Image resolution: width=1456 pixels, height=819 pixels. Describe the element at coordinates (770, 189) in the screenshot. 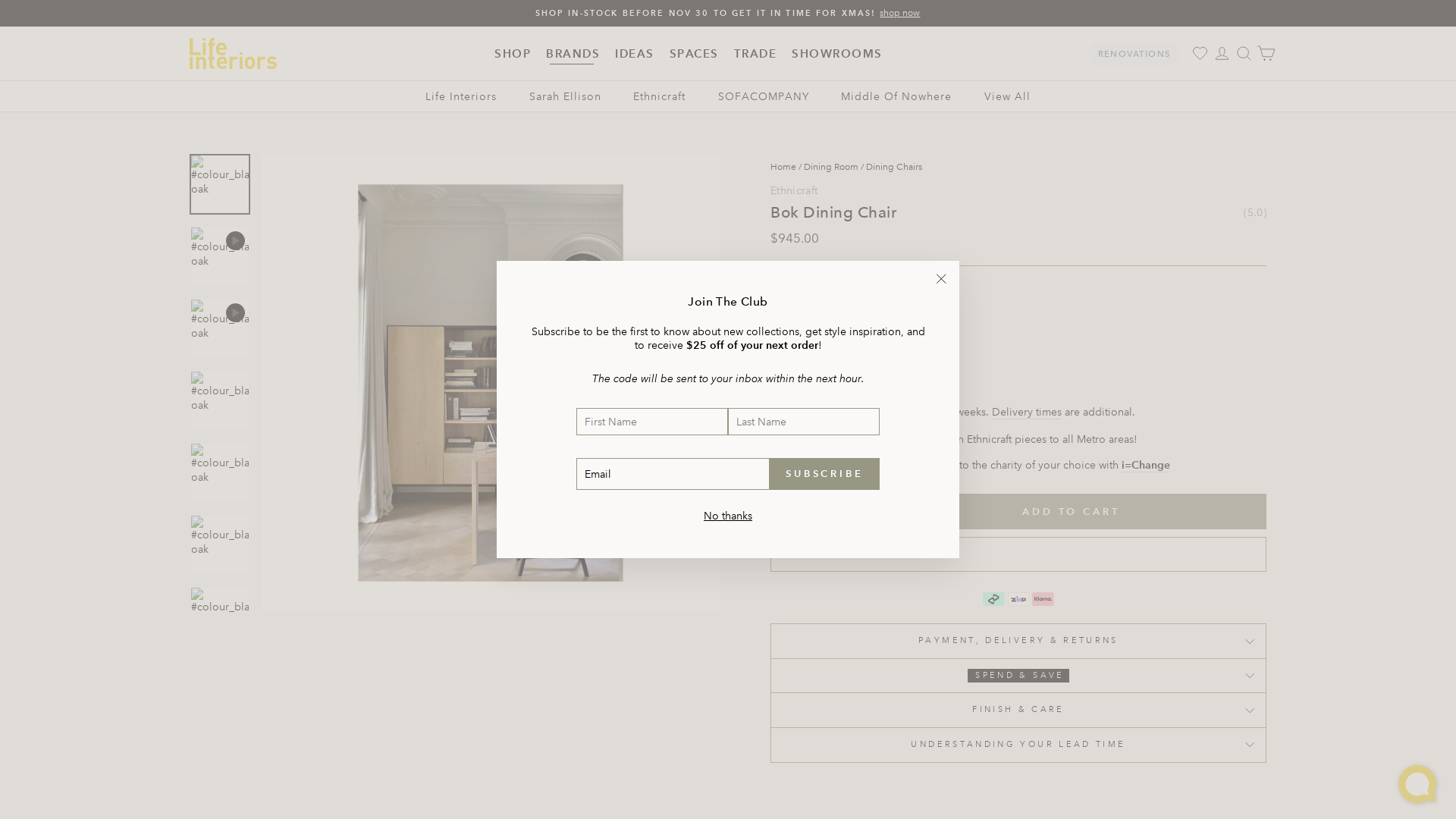

I see `'Ethnicraft'` at that location.